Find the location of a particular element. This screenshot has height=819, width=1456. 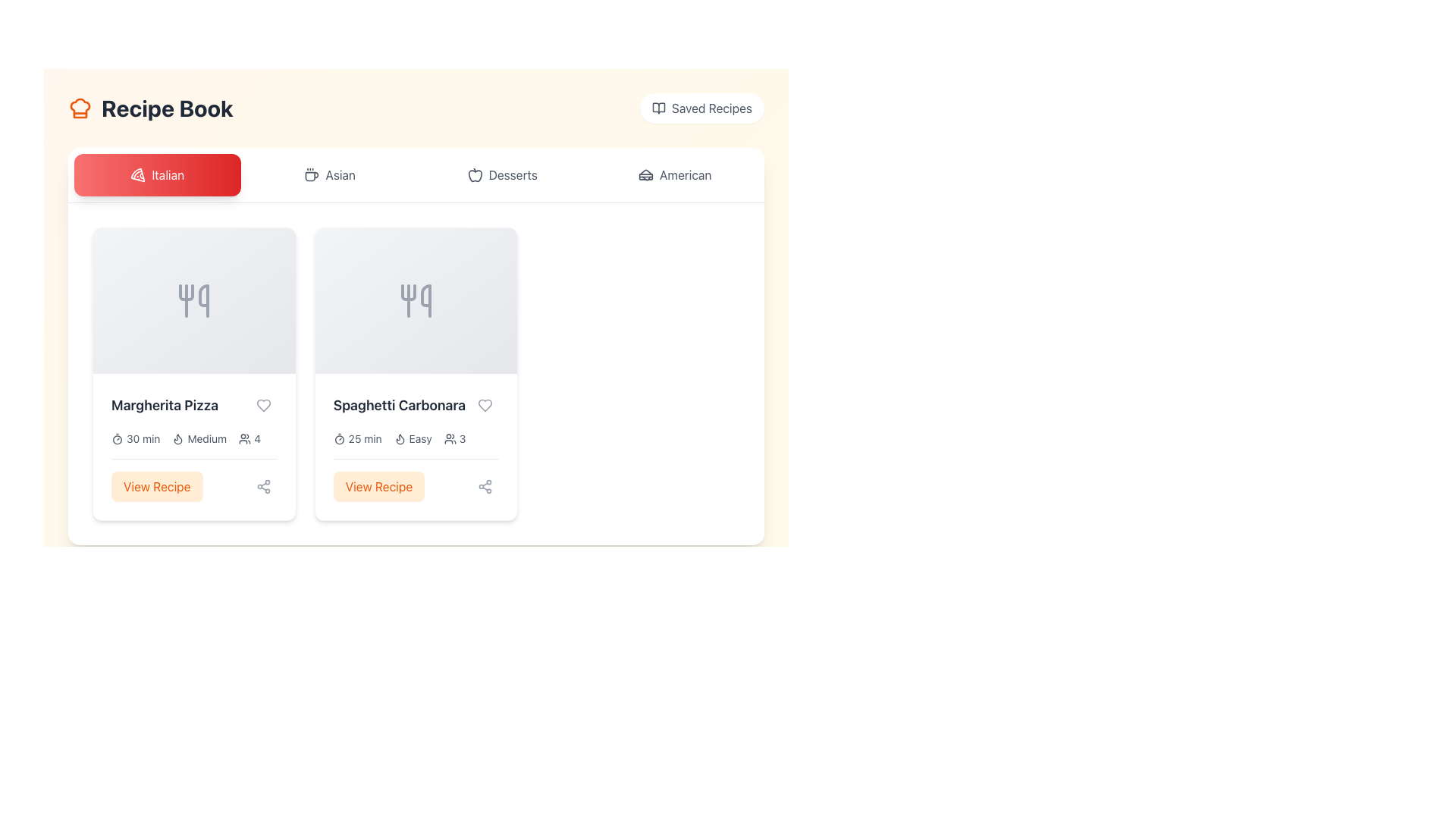

the heart icon button located in the upper-right corner of the 'Spaghetti Carbonara' recipe card is located at coordinates (485, 405).